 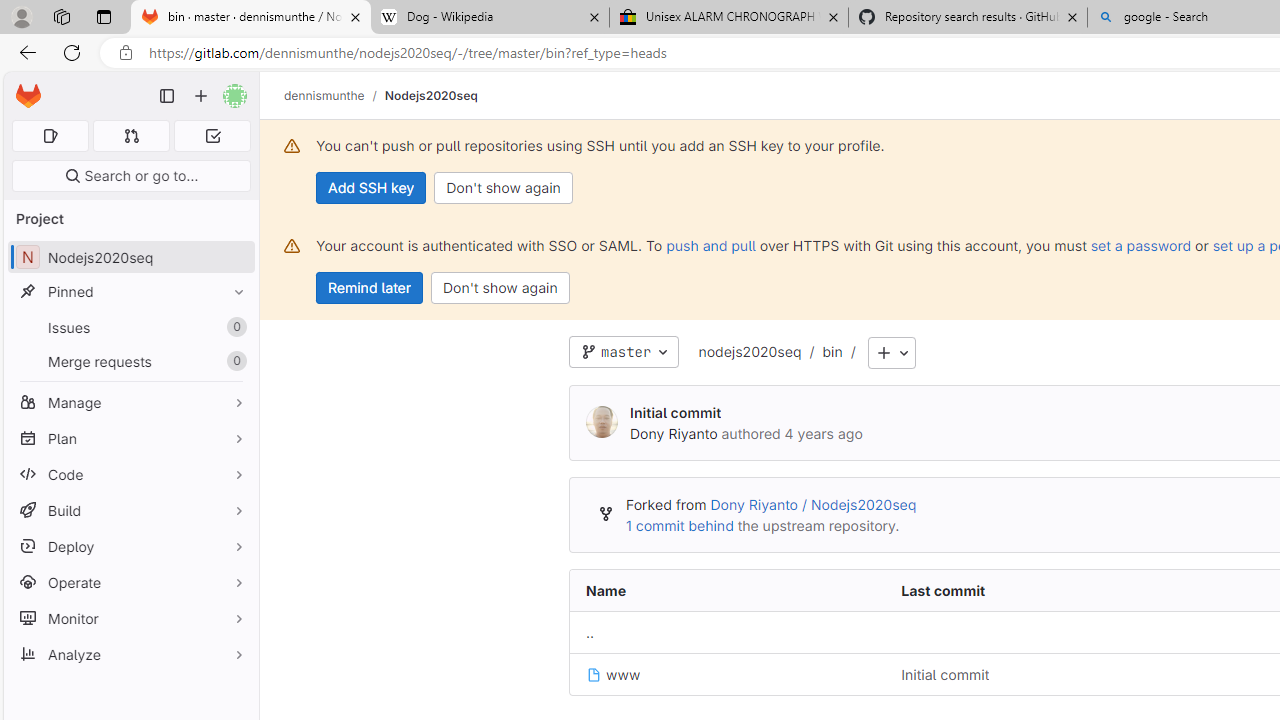 I want to click on 'Add SSH key', so click(x=371, y=187).